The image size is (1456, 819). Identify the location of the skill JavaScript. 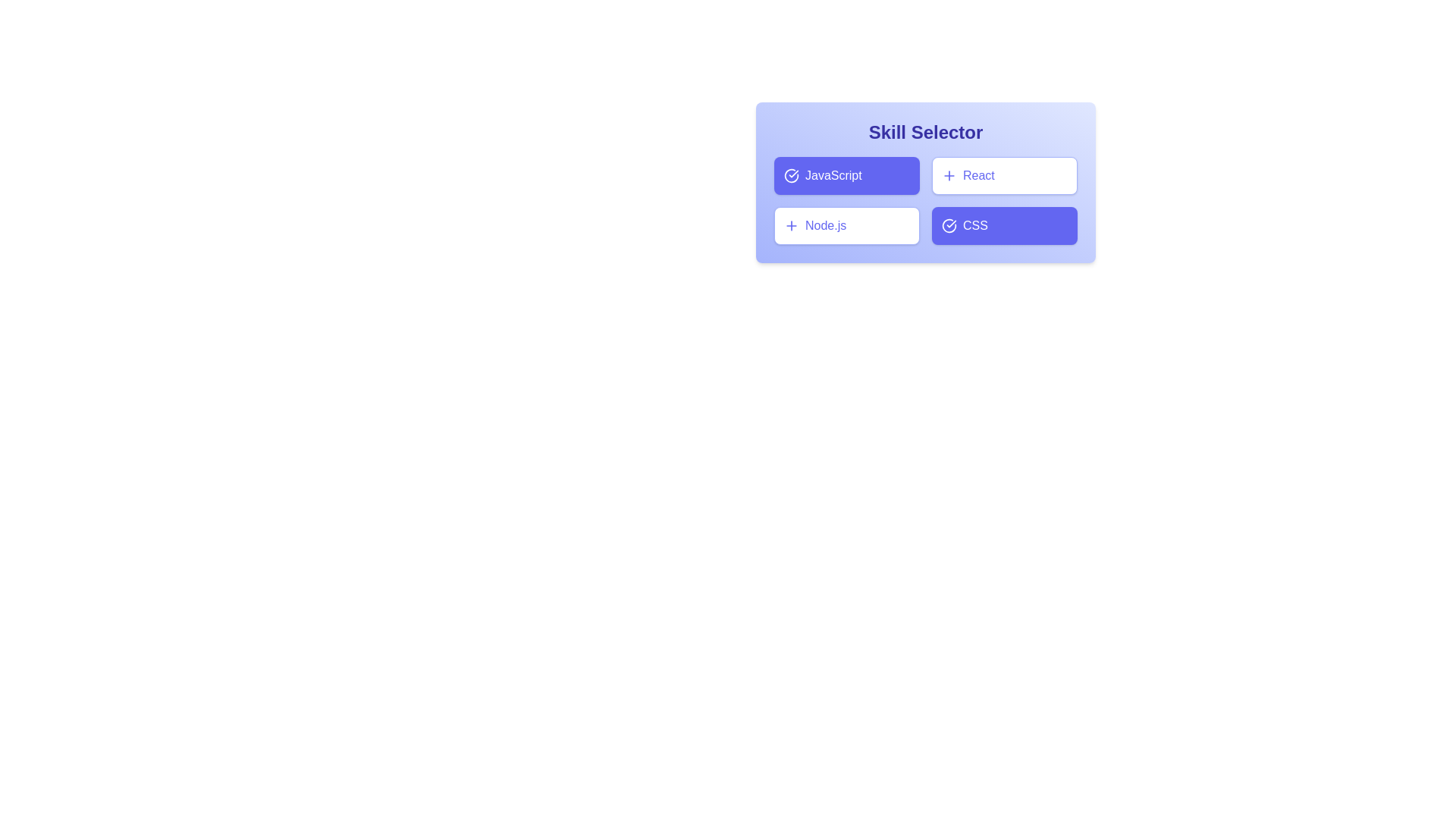
(846, 174).